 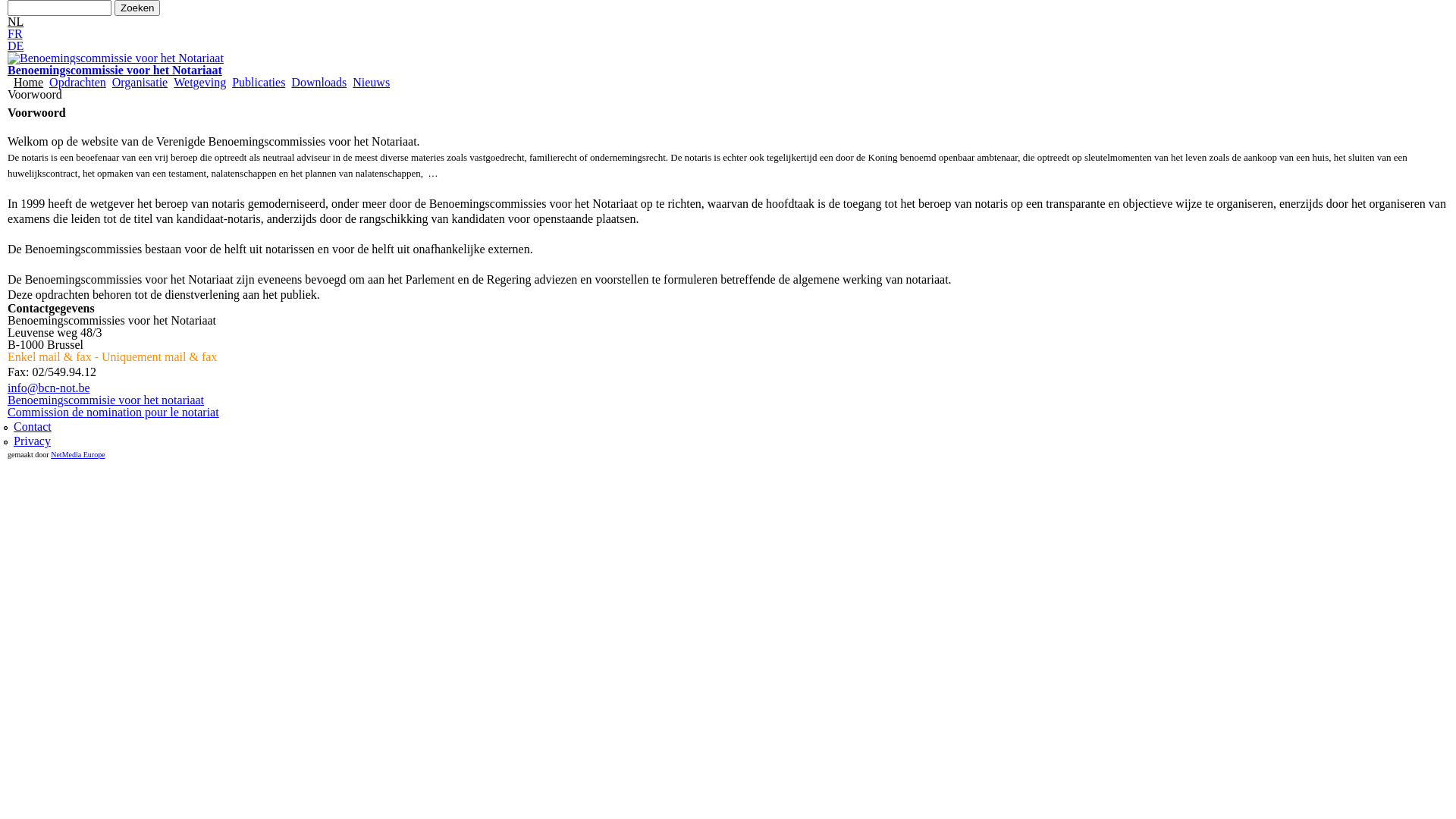 I want to click on 'DE', so click(x=15, y=45).